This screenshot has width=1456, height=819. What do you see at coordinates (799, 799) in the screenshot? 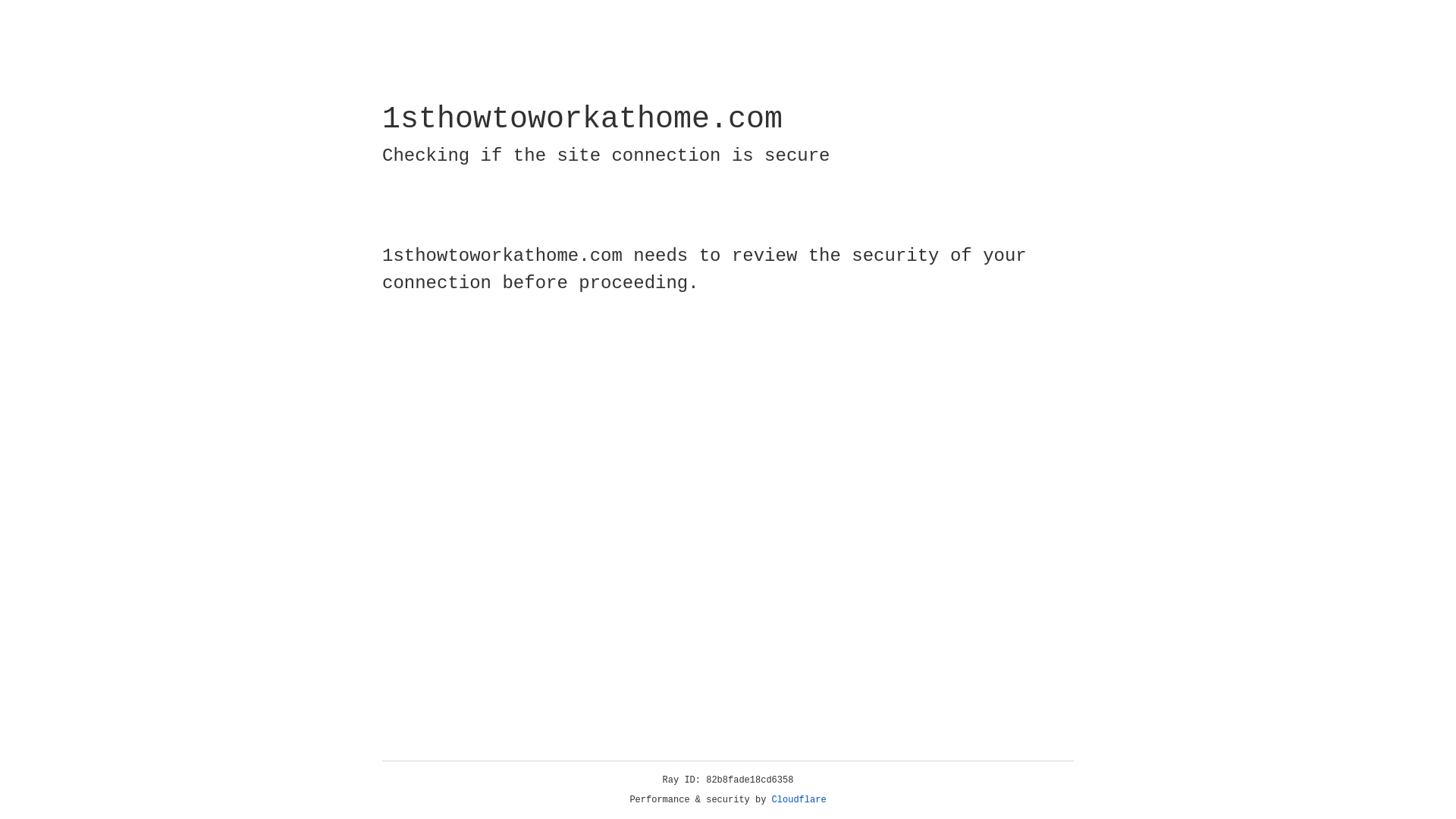
I see `'Cloudflare'` at bounding box center [799, 799].